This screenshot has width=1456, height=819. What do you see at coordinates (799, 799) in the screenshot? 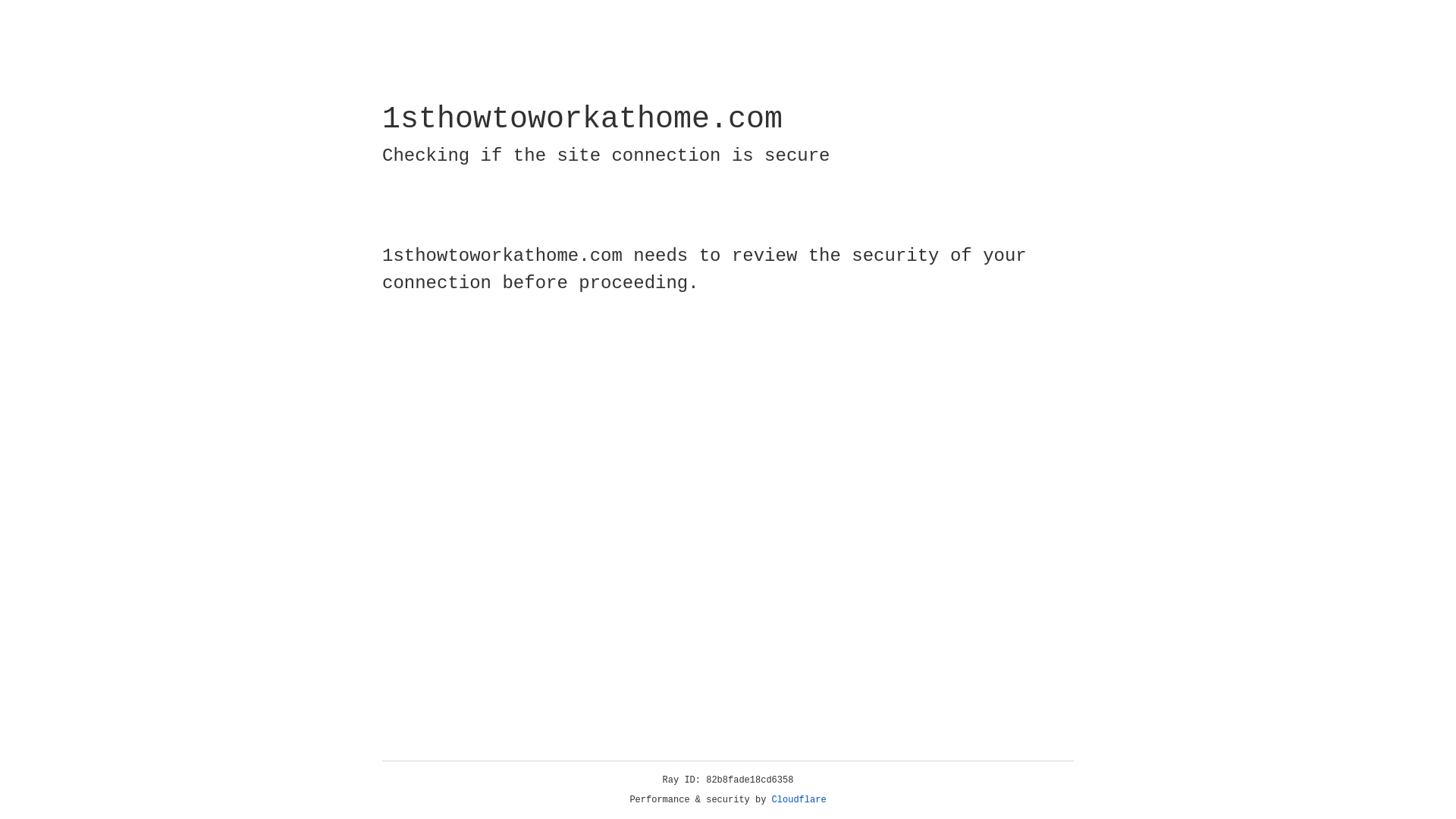
I see `'Cloudflare'` at bounding box center [799, 799].